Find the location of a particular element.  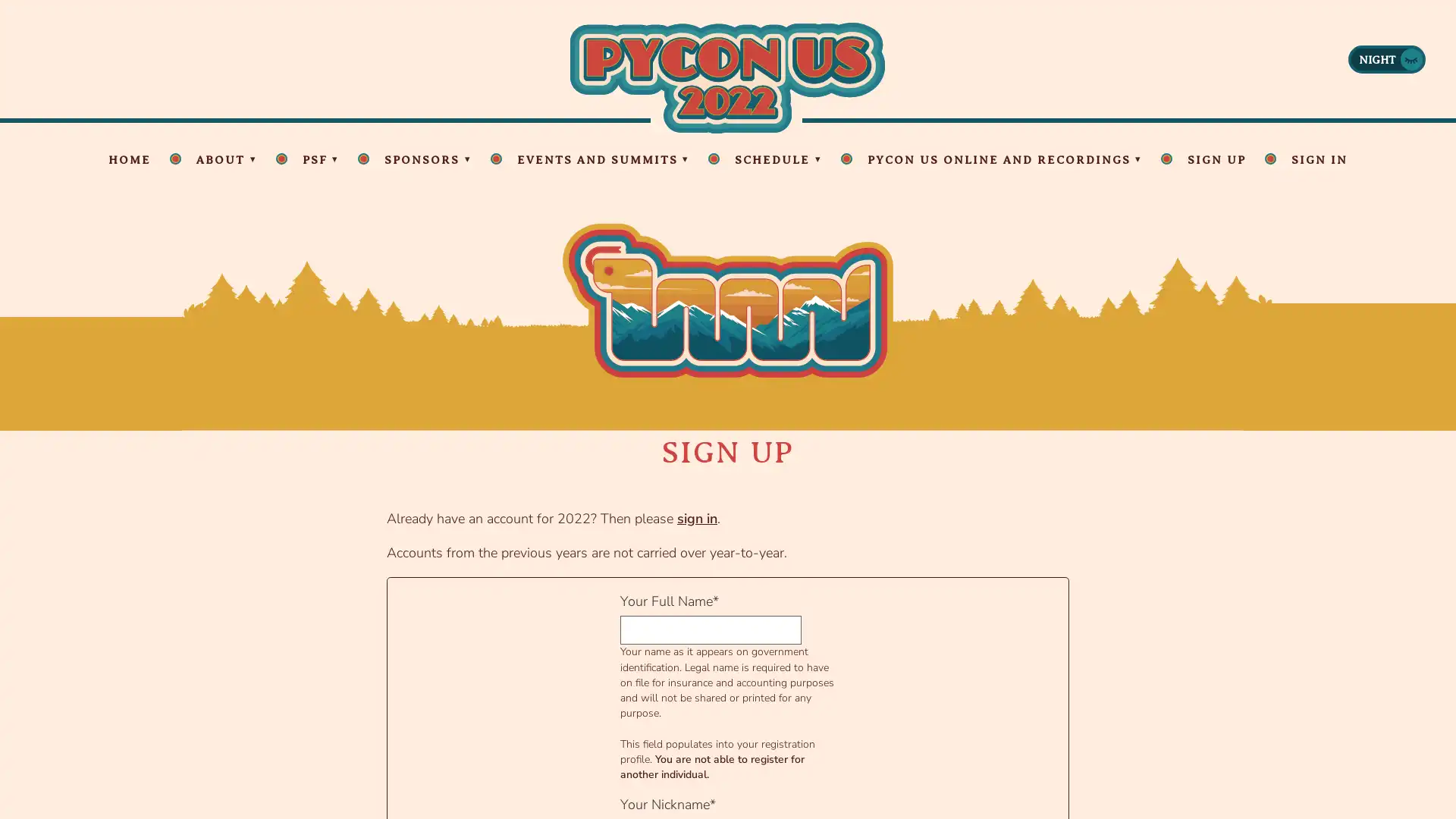

NIGHT is located at coordinates (1386, 58).